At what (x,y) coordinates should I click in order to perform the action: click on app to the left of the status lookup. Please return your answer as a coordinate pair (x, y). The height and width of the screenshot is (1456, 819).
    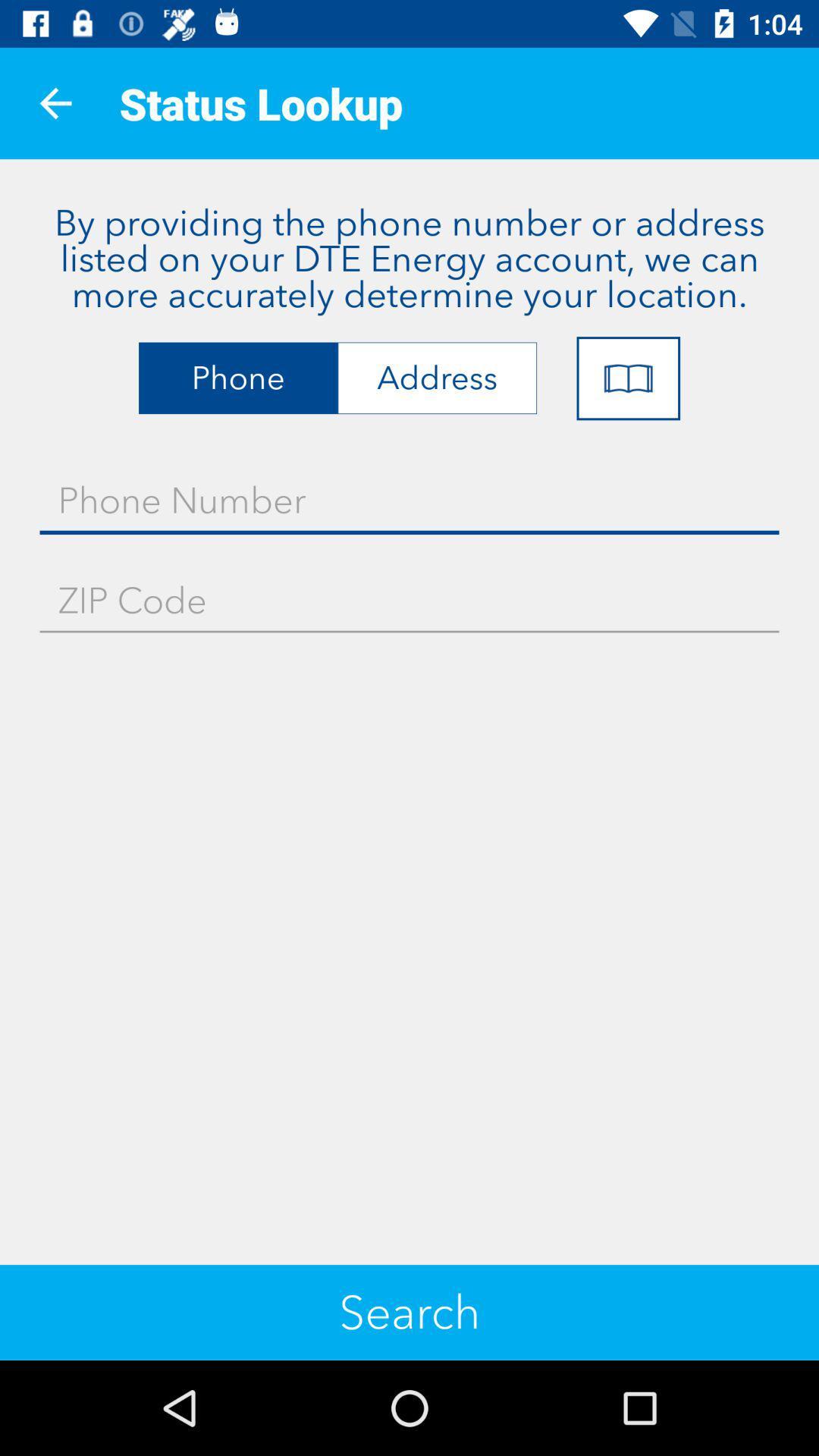
    Looking at the image, I should click on (55, 102).